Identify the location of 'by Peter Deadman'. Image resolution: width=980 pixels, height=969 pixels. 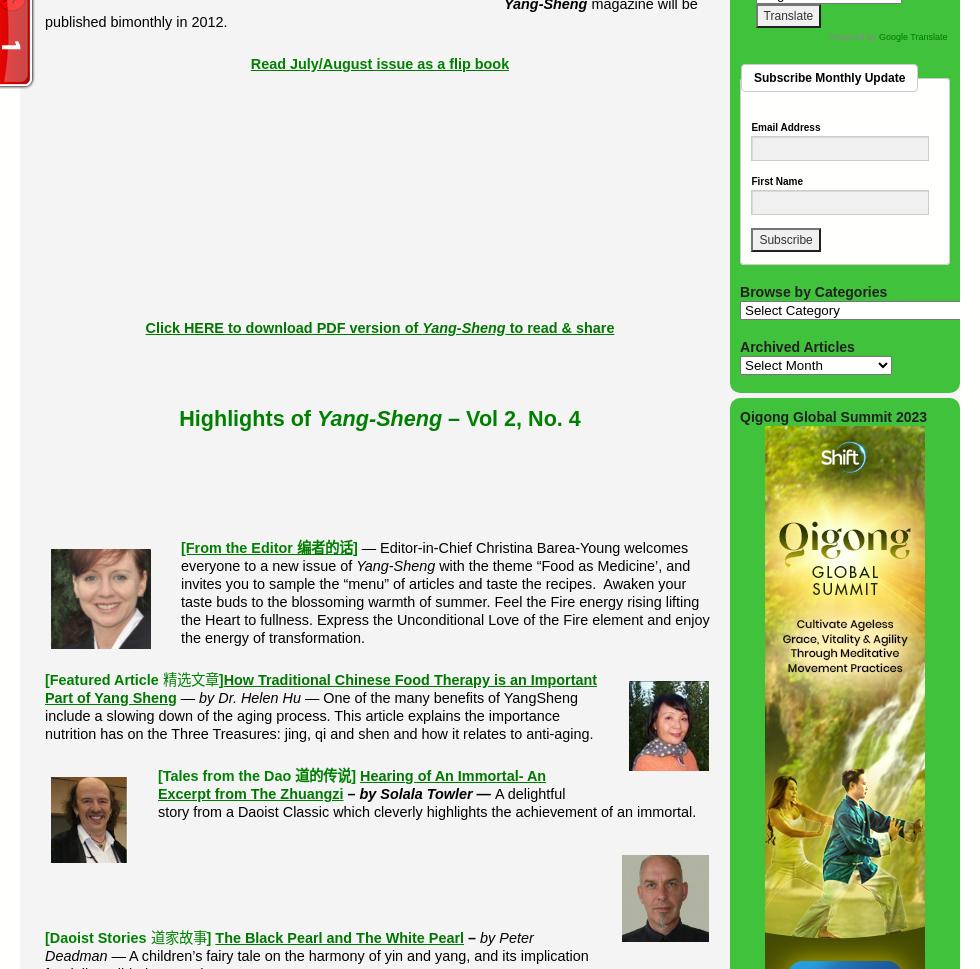
(289, 946).